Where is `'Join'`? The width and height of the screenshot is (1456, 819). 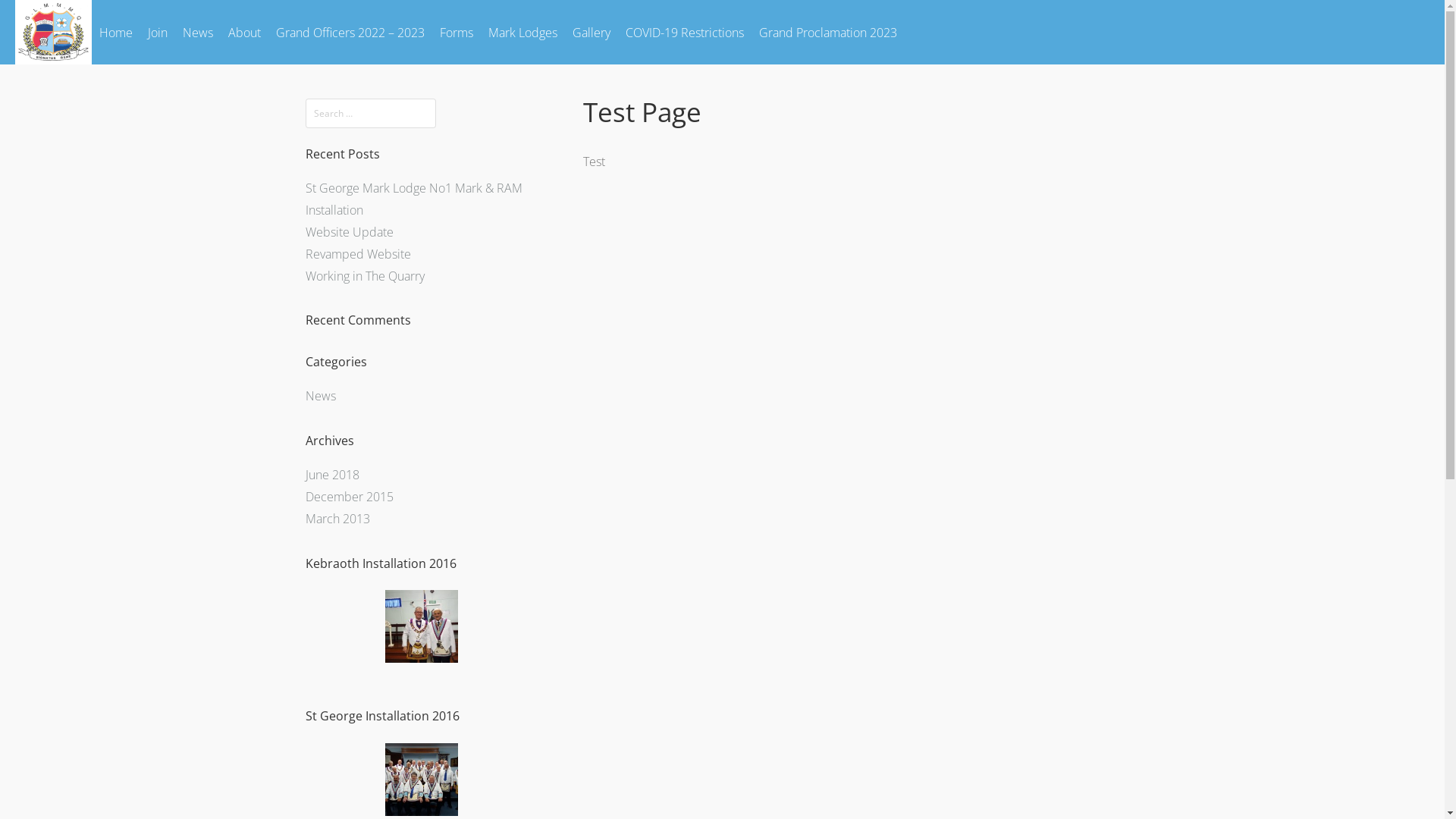 'Join' is located at coordinates (157, 32).